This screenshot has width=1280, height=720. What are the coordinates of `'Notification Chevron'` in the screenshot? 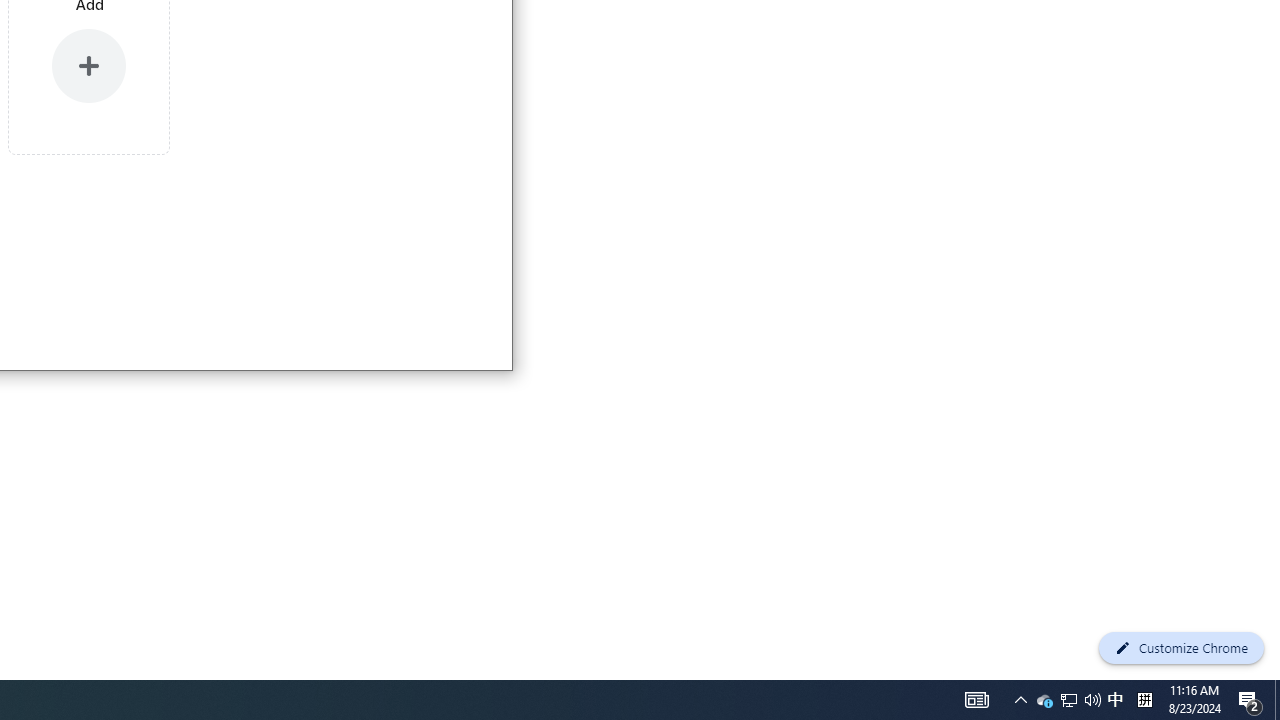 It's located at (977, 698).